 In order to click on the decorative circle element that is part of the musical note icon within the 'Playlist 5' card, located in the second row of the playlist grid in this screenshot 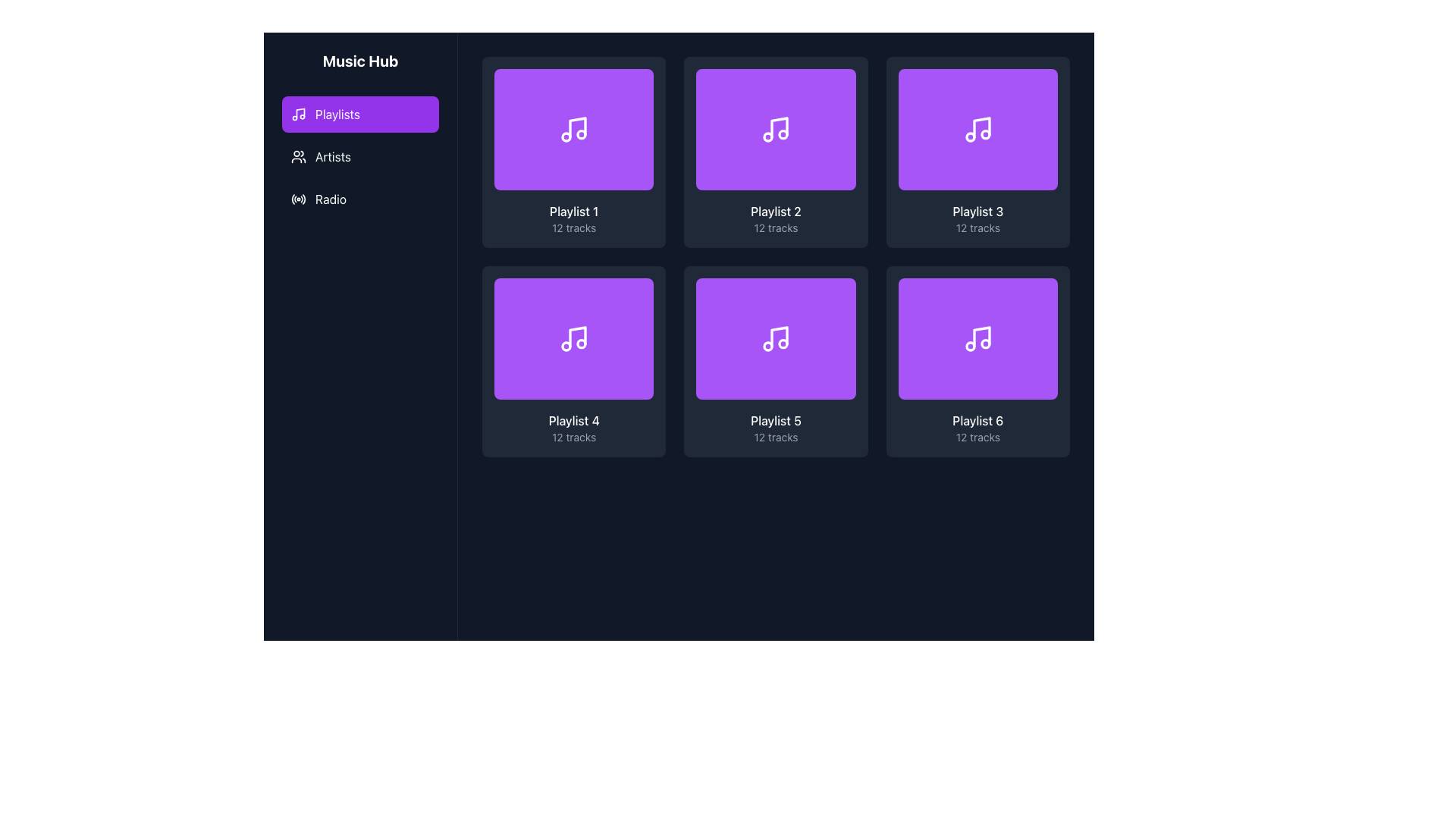, I will do `click(783, 344)`.